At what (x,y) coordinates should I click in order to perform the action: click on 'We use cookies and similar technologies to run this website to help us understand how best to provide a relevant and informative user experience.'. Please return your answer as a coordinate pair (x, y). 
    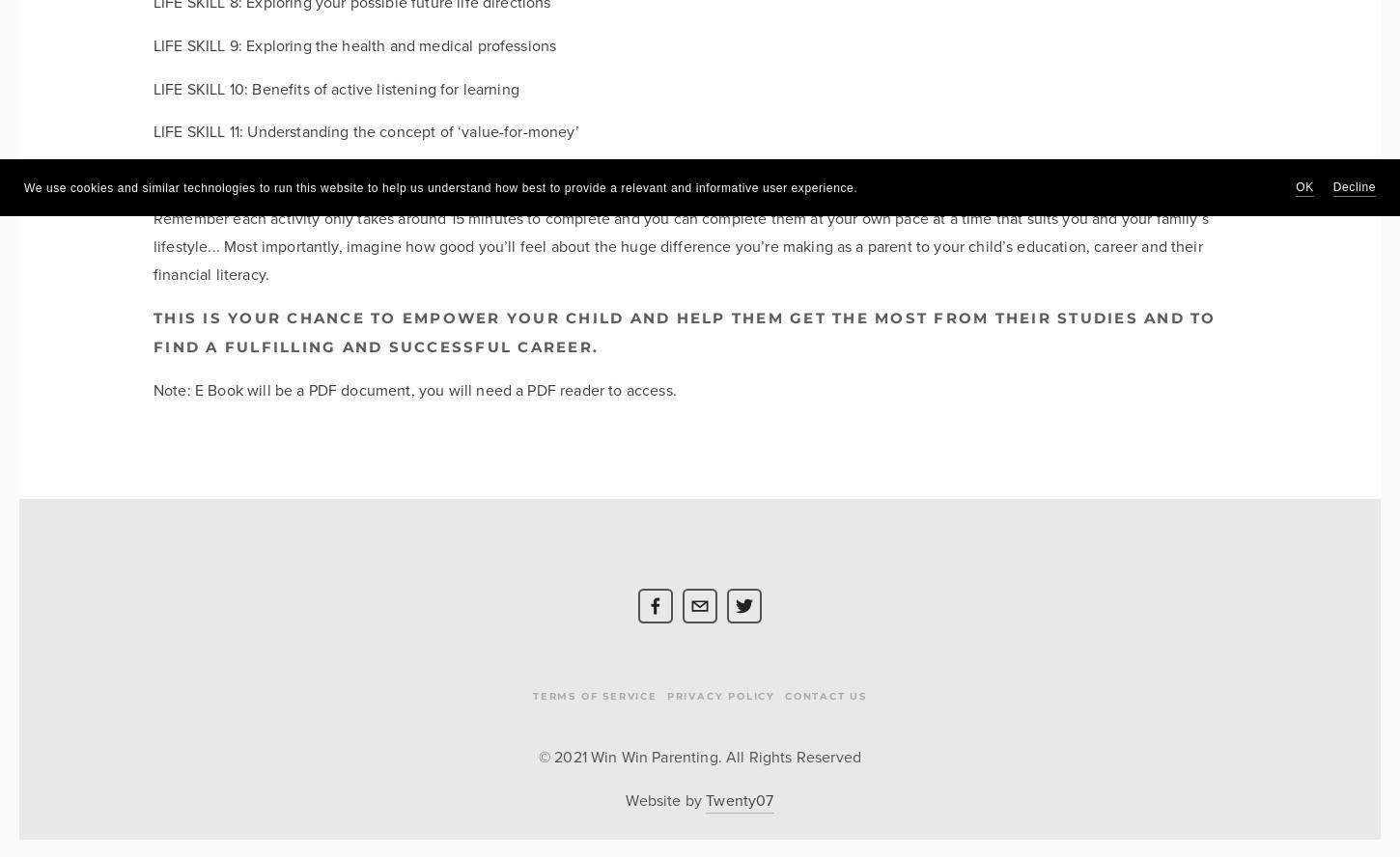
    Looking at the image, I should click on (439, 186).